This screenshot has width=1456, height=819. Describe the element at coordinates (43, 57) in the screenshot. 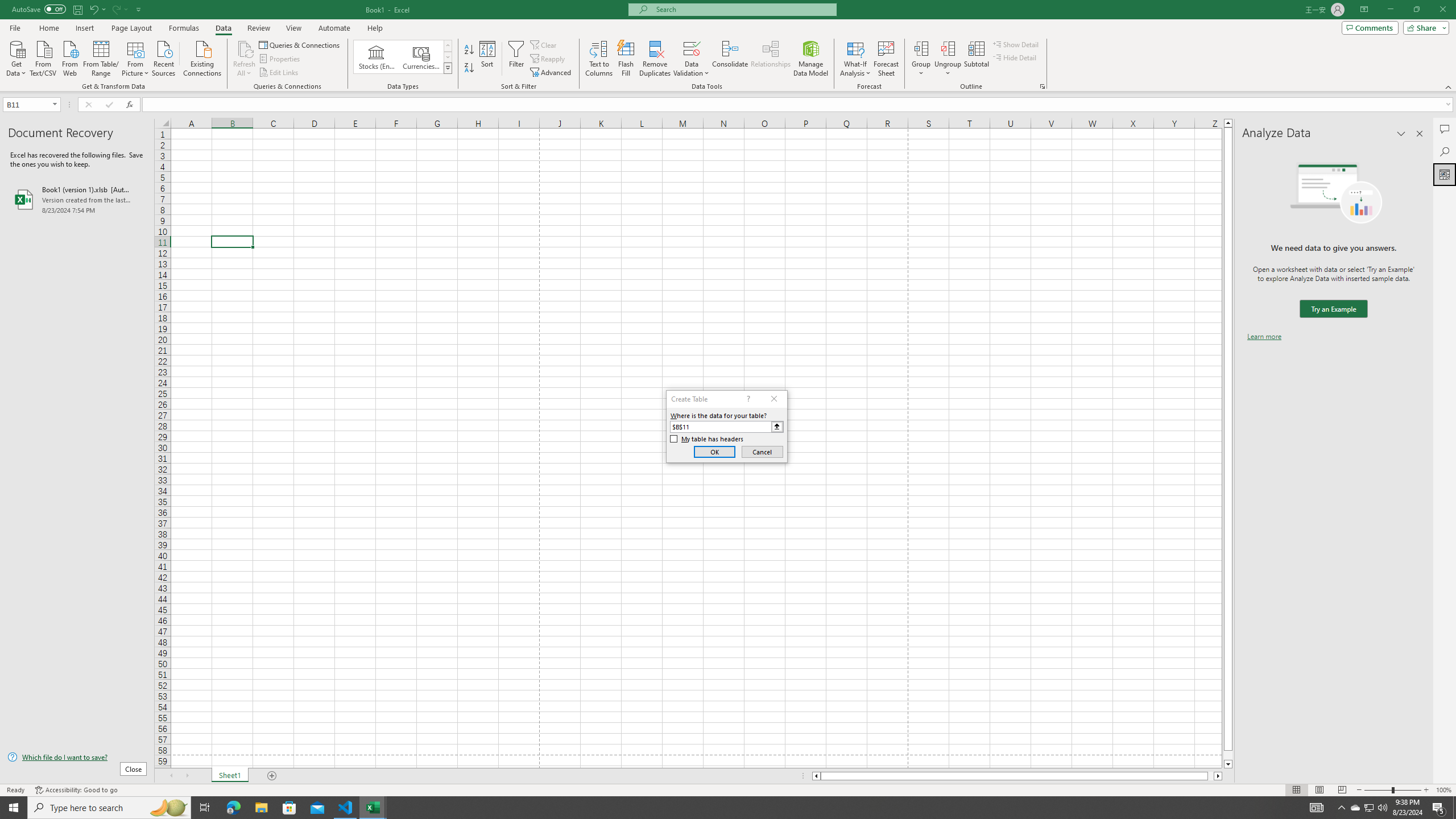

I see `'From Text/CSV'` at that location.